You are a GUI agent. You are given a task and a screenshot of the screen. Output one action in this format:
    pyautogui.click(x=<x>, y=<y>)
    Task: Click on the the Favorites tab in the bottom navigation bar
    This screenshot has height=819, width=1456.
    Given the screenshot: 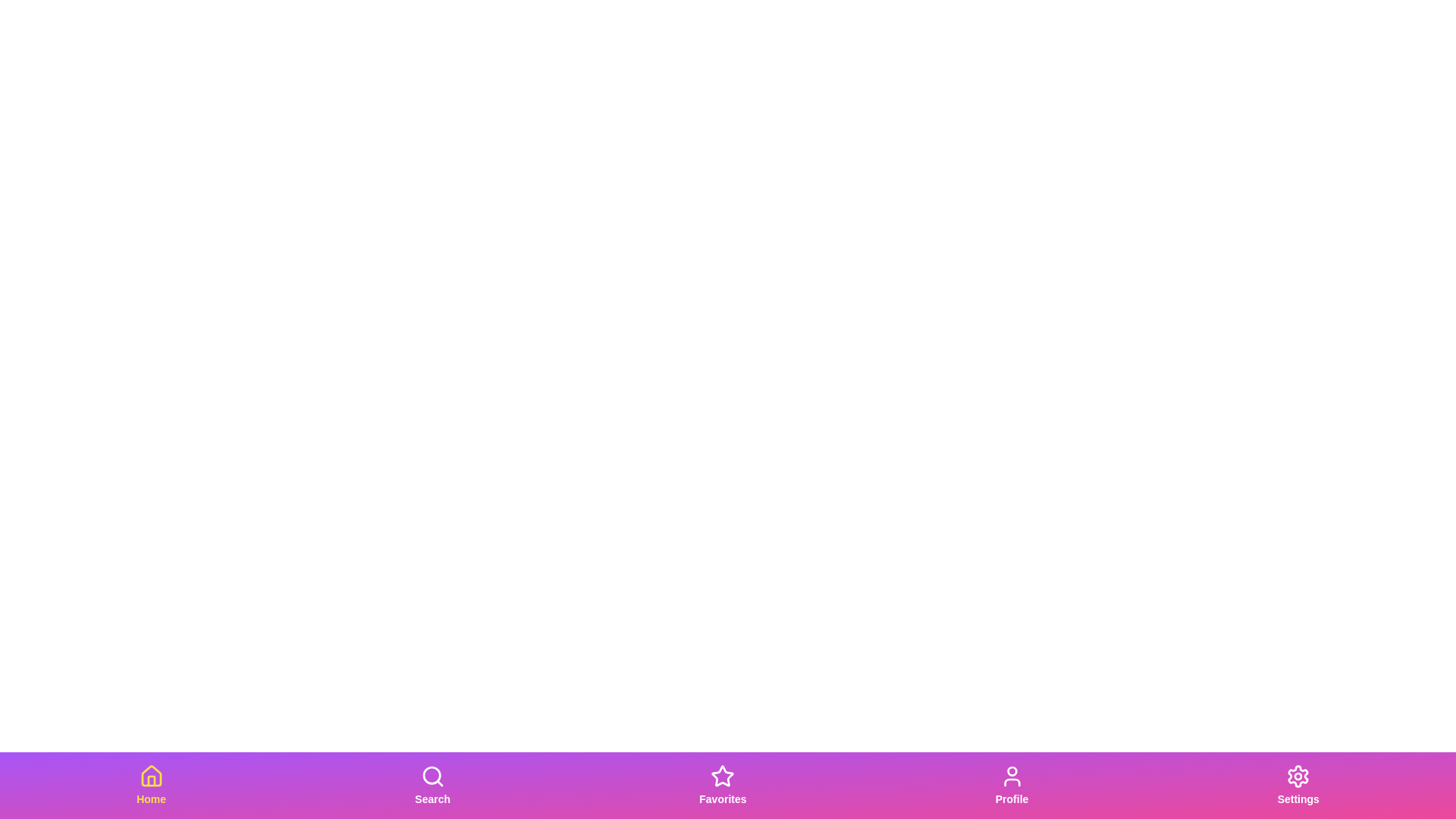 What is the action you would take?
    pyautogui.click(x=722, y=785)
    